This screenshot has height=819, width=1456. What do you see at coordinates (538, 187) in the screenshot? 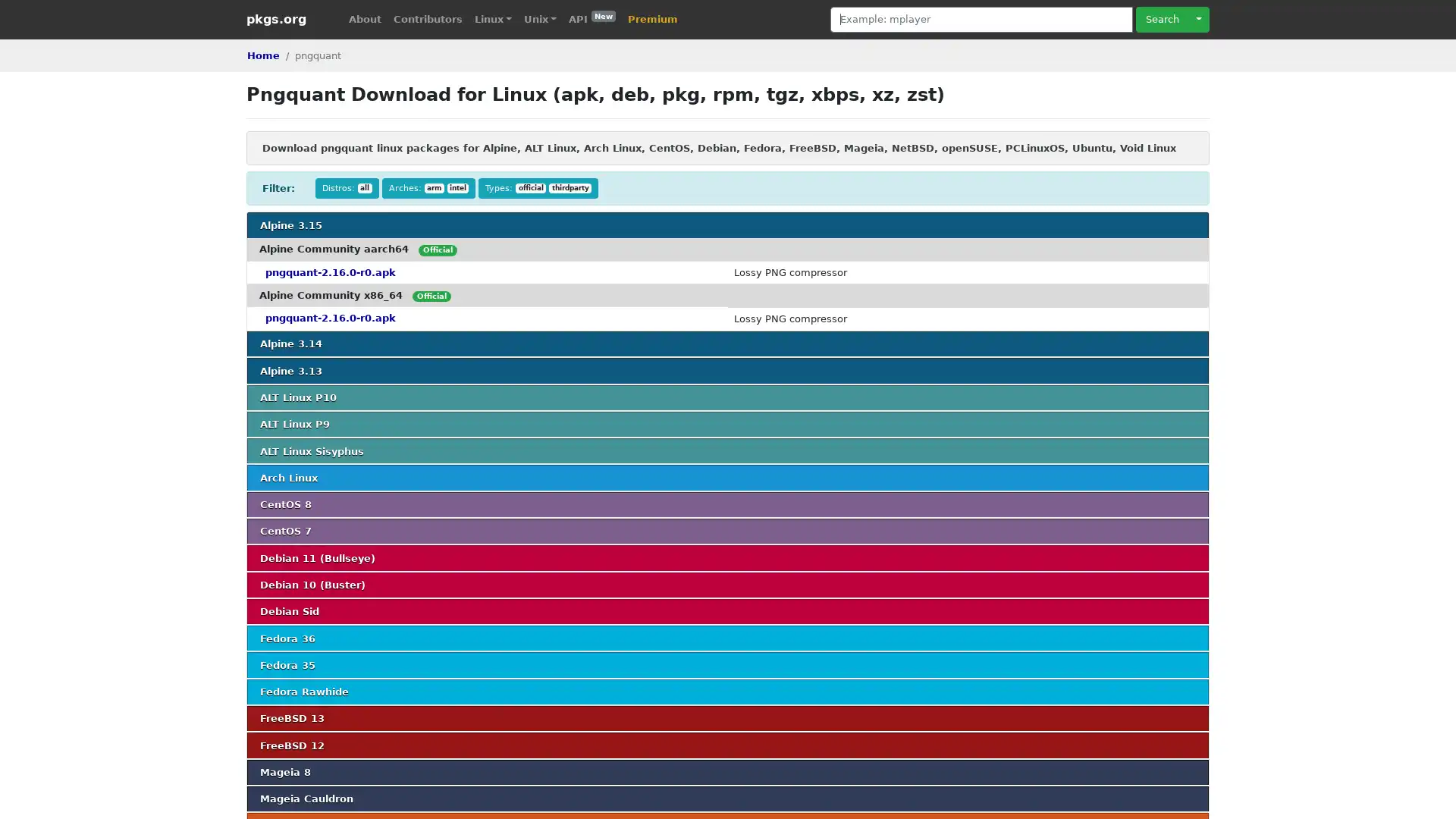
I see `Types: officialthirdparty` at bounding box center [538, 187].